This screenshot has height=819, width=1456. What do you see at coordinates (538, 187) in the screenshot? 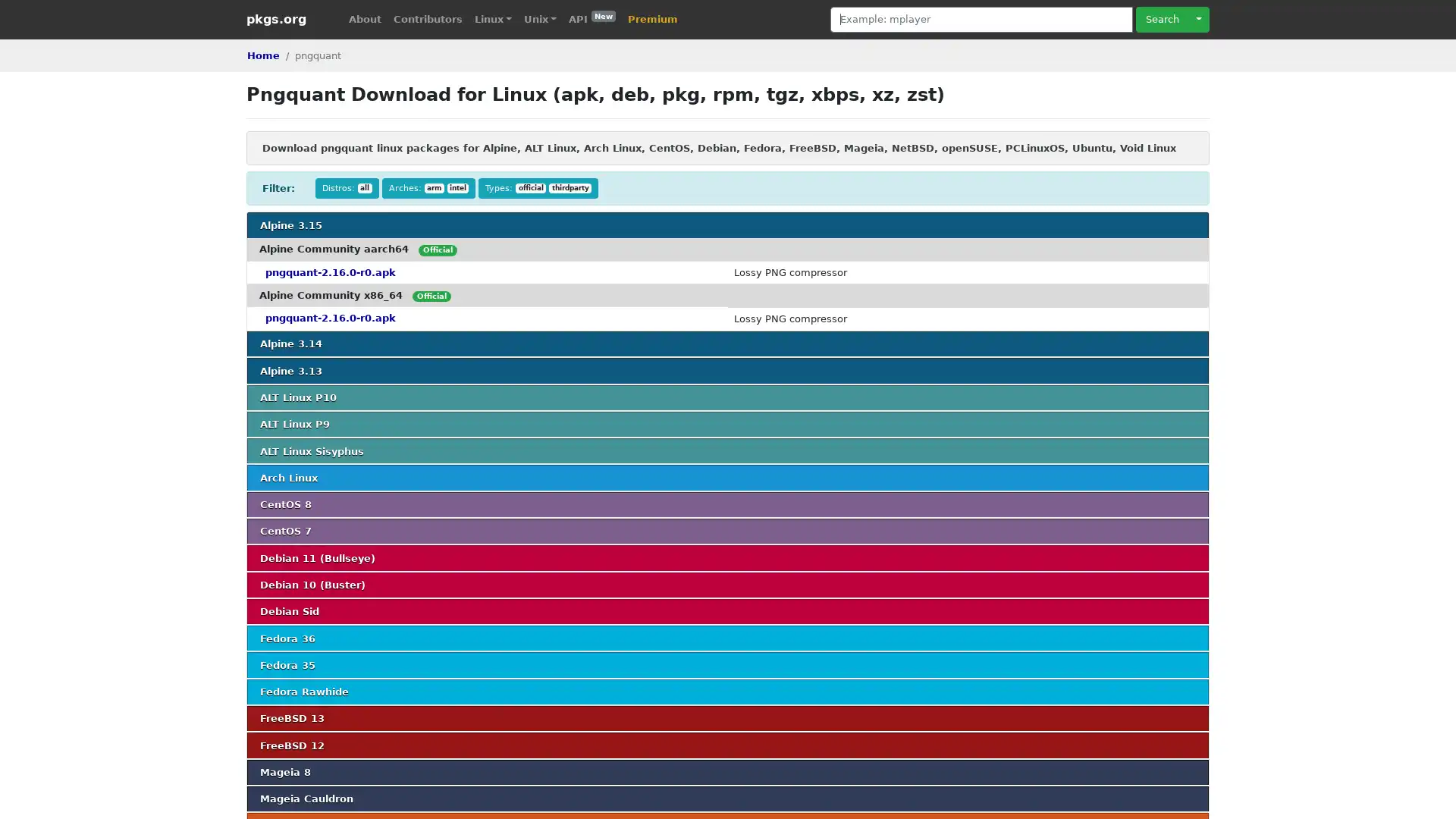
I see `Types: officialthirdparty` at bounding box center [538, 187].